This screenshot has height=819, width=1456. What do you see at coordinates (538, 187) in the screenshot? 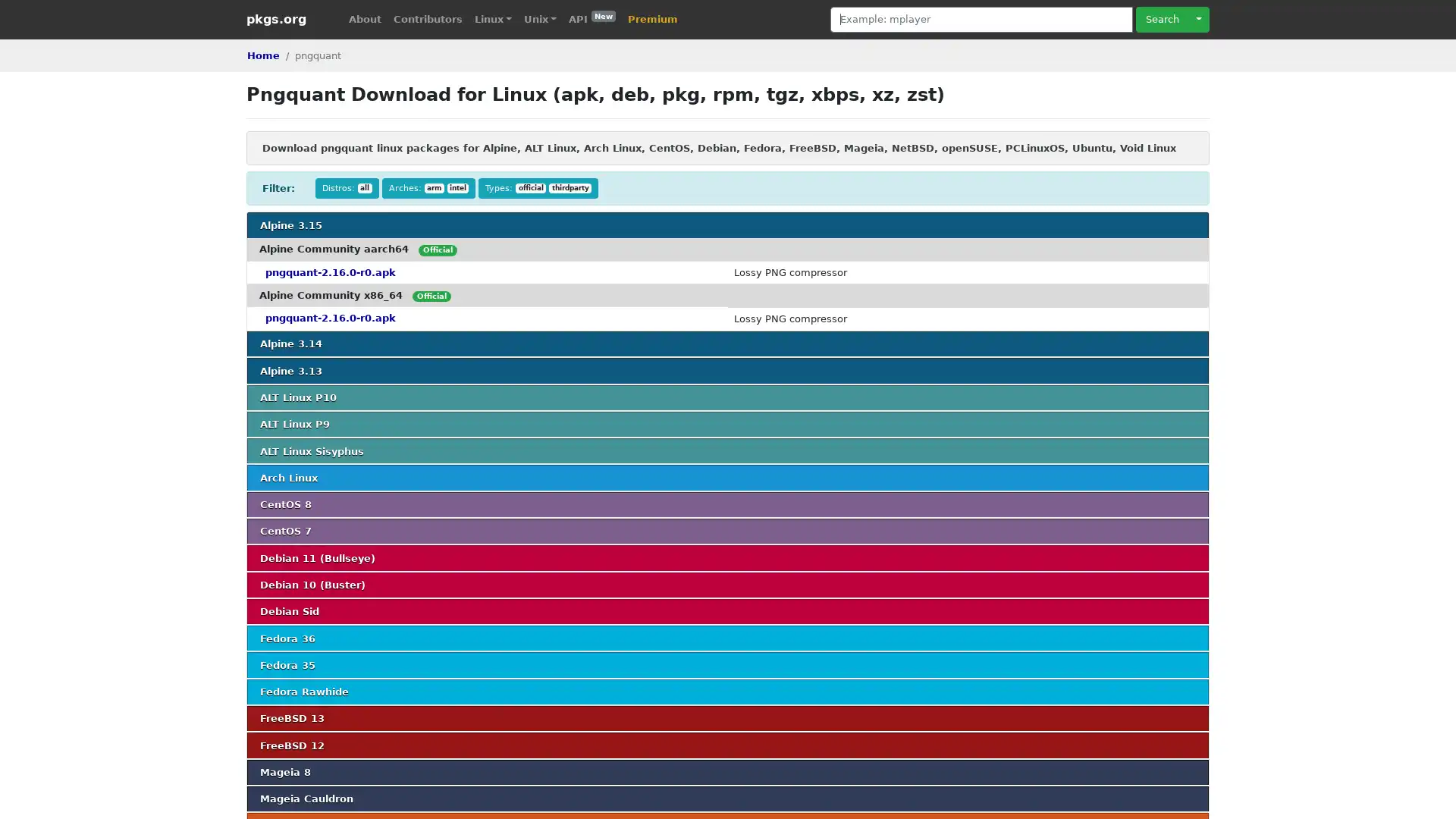
I see `Types: officialthirdparty` at bounding box center [538, 187].